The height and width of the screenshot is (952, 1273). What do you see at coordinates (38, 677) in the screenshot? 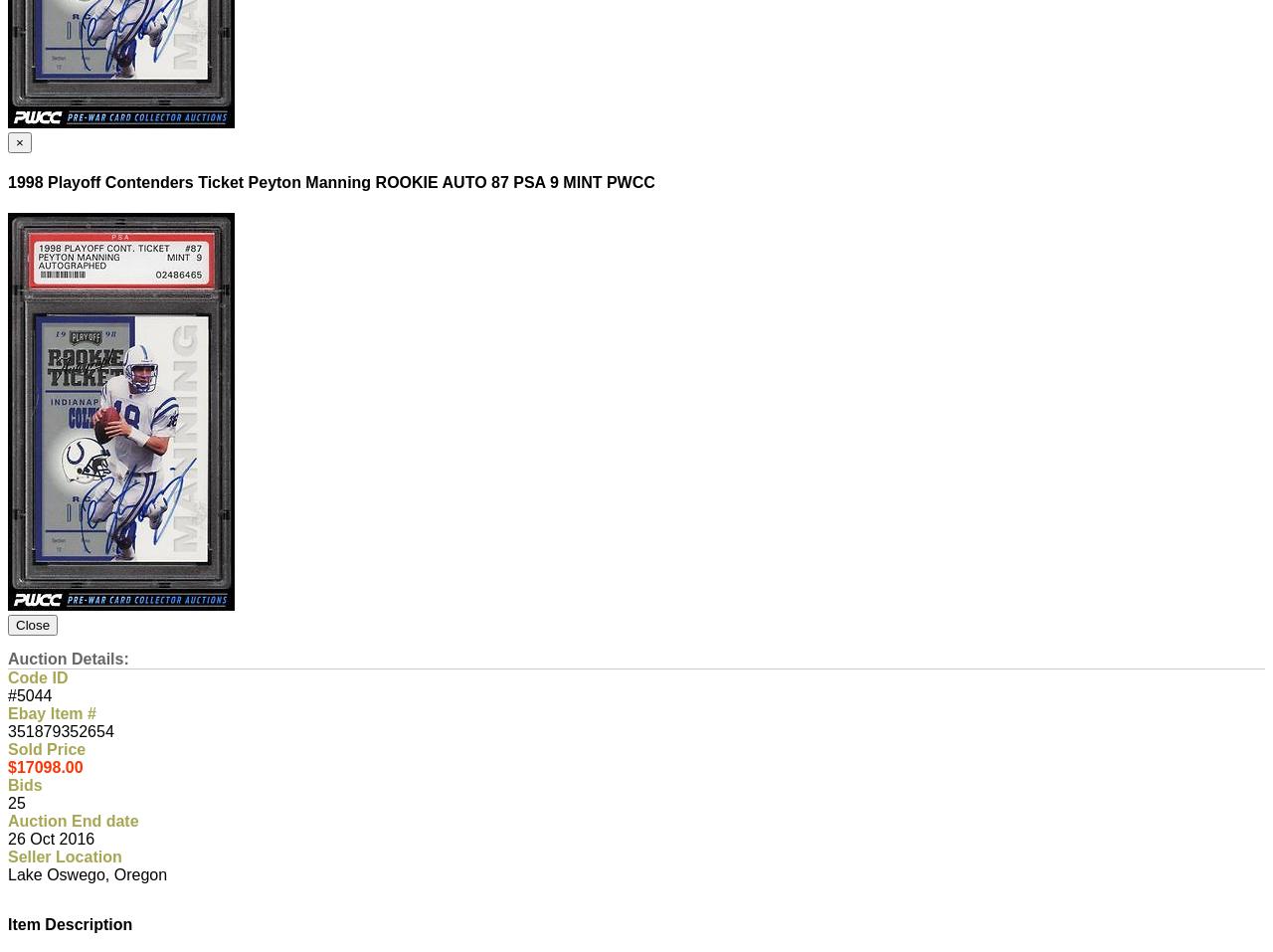
I see `'Code ID'` at bounding box center [38, 677].